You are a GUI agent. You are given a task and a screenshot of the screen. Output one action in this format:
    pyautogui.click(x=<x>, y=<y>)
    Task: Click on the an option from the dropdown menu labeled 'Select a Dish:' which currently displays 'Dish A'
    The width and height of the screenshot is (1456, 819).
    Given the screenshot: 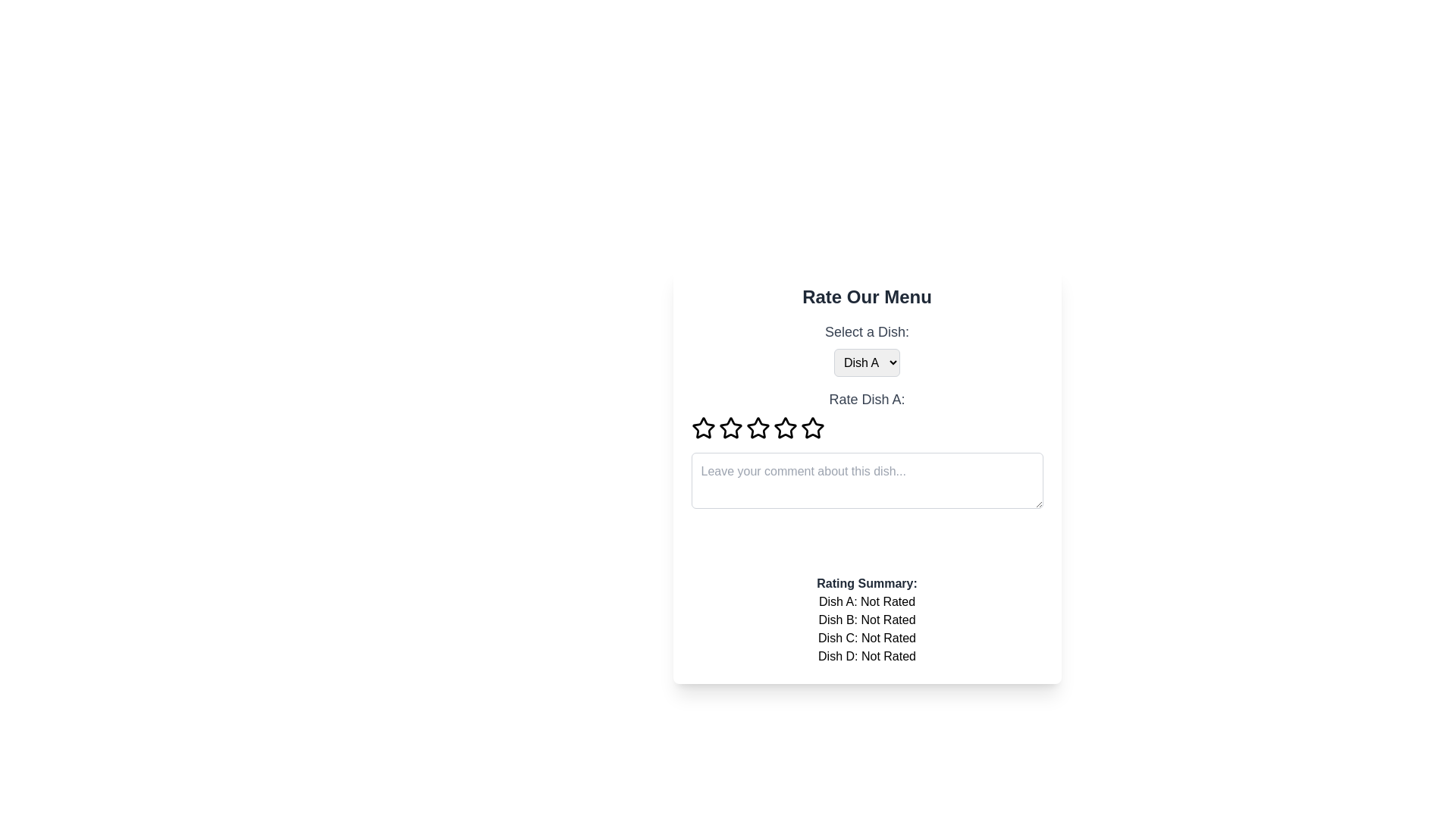 What is the action you would take?
    pyautogui.click(x=867, y=349)
    